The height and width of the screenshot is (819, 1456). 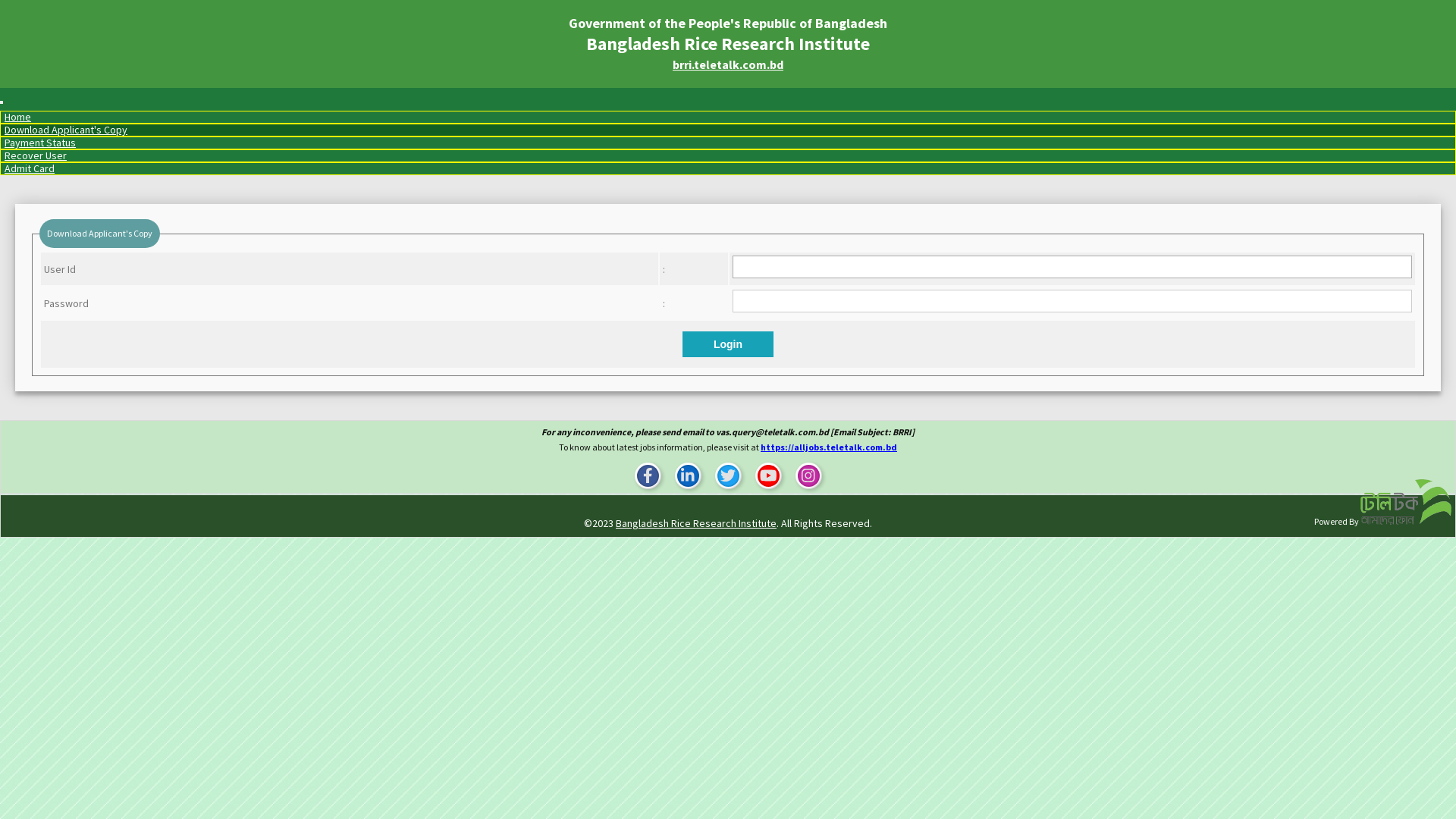 What do you see at coordinates (728, 63) in the screenshot?
I see `'brri.teletalk.com.bd'` at bounding box center [728, 63].